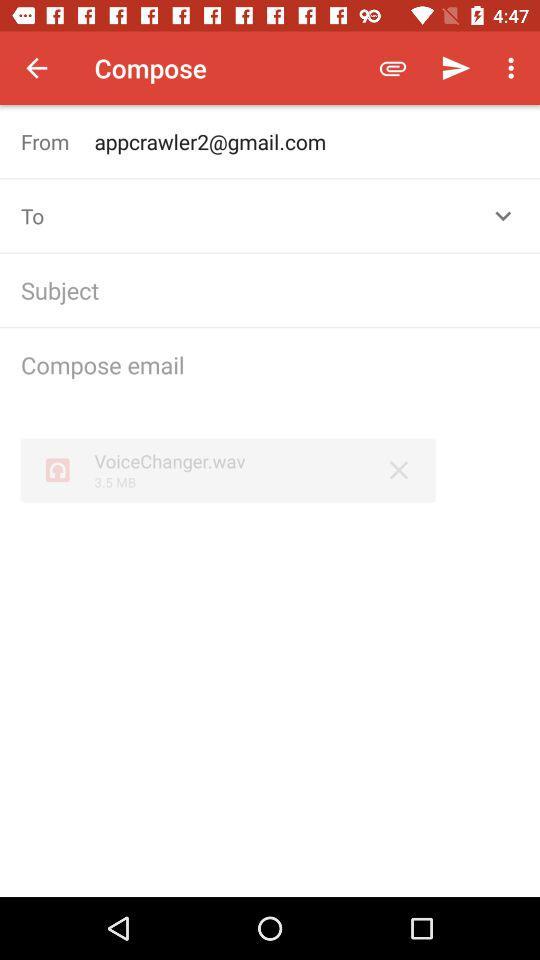  Describe the element at coordinates (57, 140) in the screenshot. I see `from item` at that location.